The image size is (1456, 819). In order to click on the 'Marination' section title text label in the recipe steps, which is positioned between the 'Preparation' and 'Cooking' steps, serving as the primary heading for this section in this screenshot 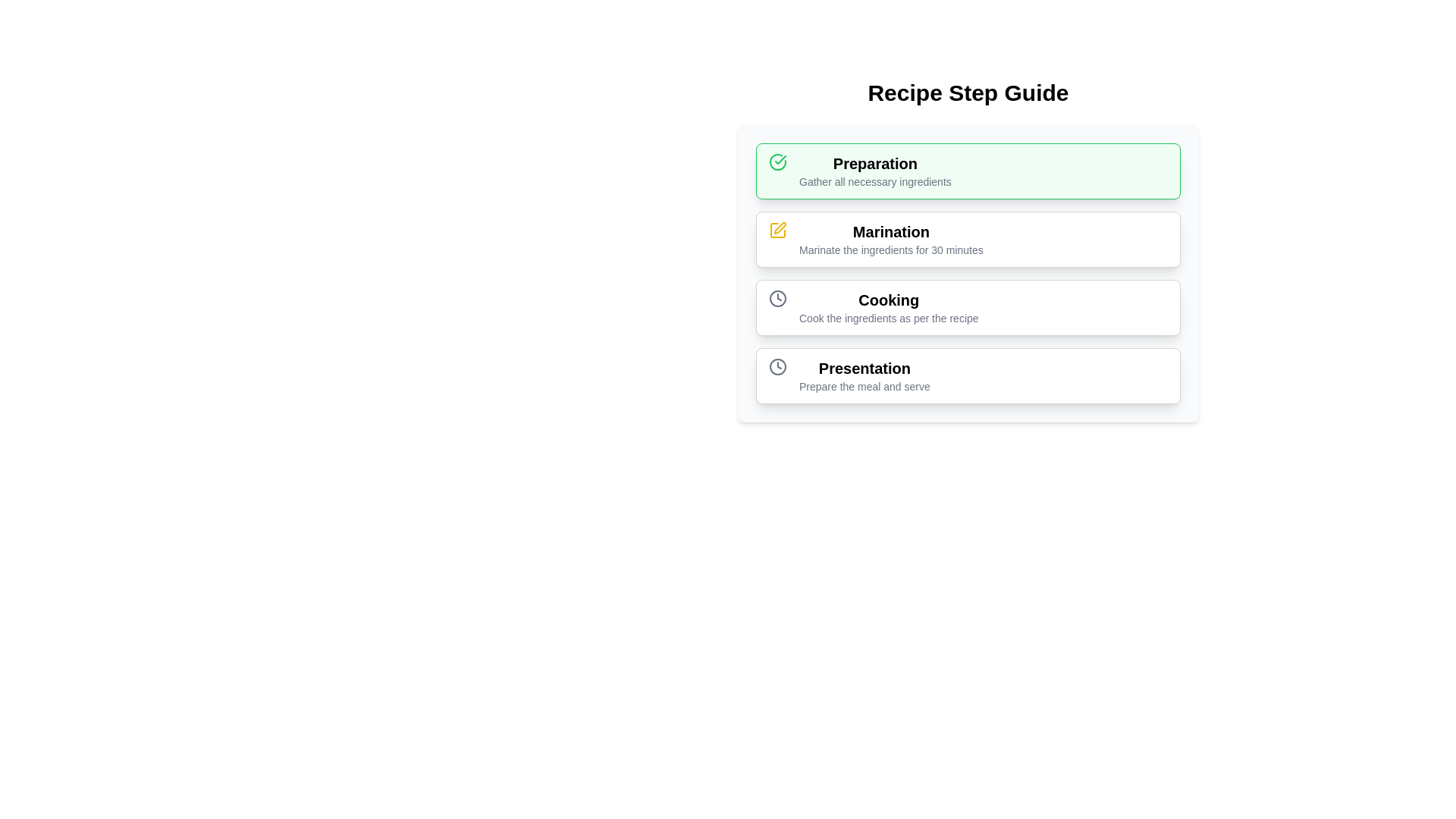, I will do `click(891, 231)`.